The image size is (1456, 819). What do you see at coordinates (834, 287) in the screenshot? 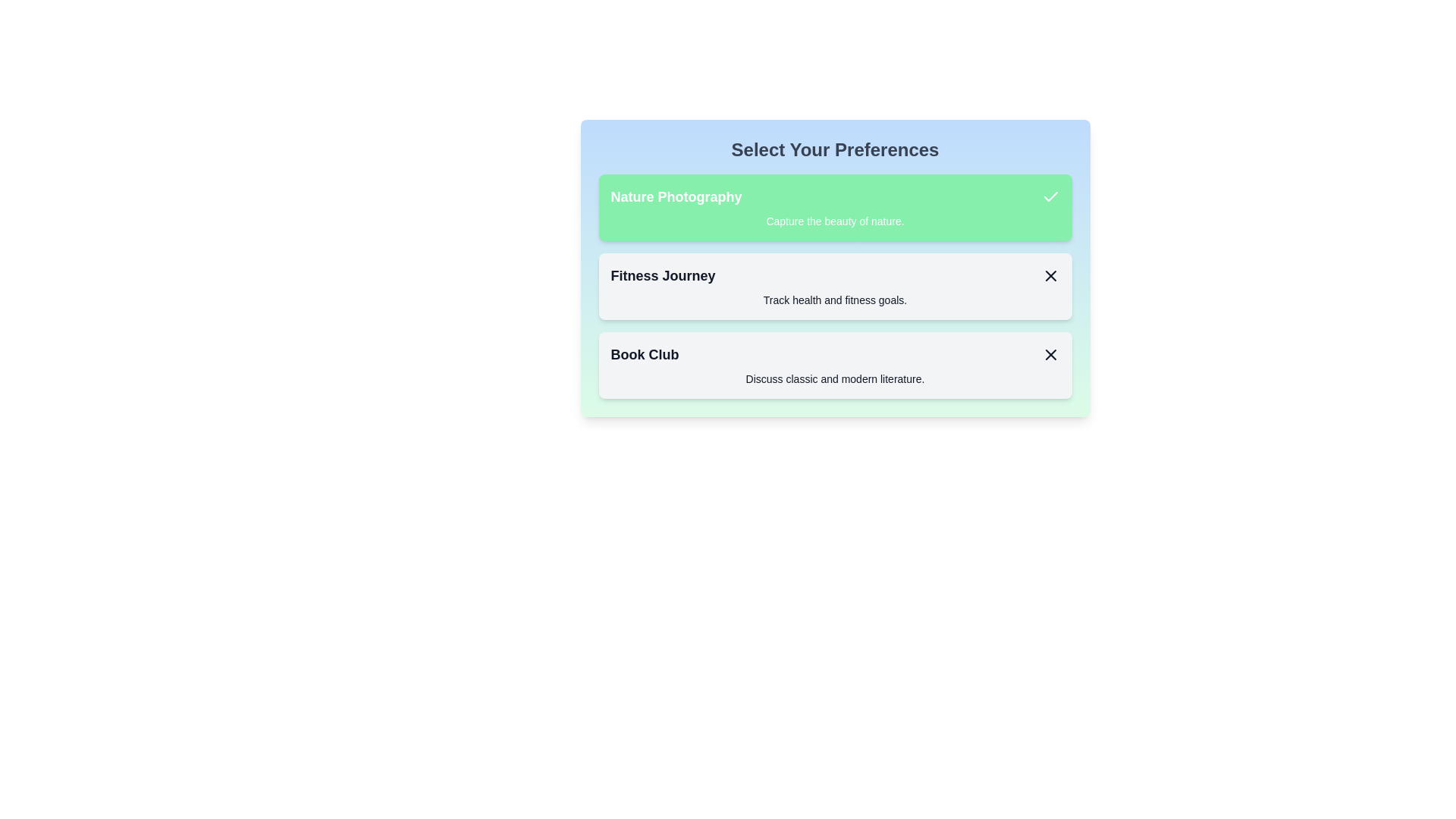
I see `the preference item labeled Fitness Journey to toggle its selection state` at bounding box center [834, 287].